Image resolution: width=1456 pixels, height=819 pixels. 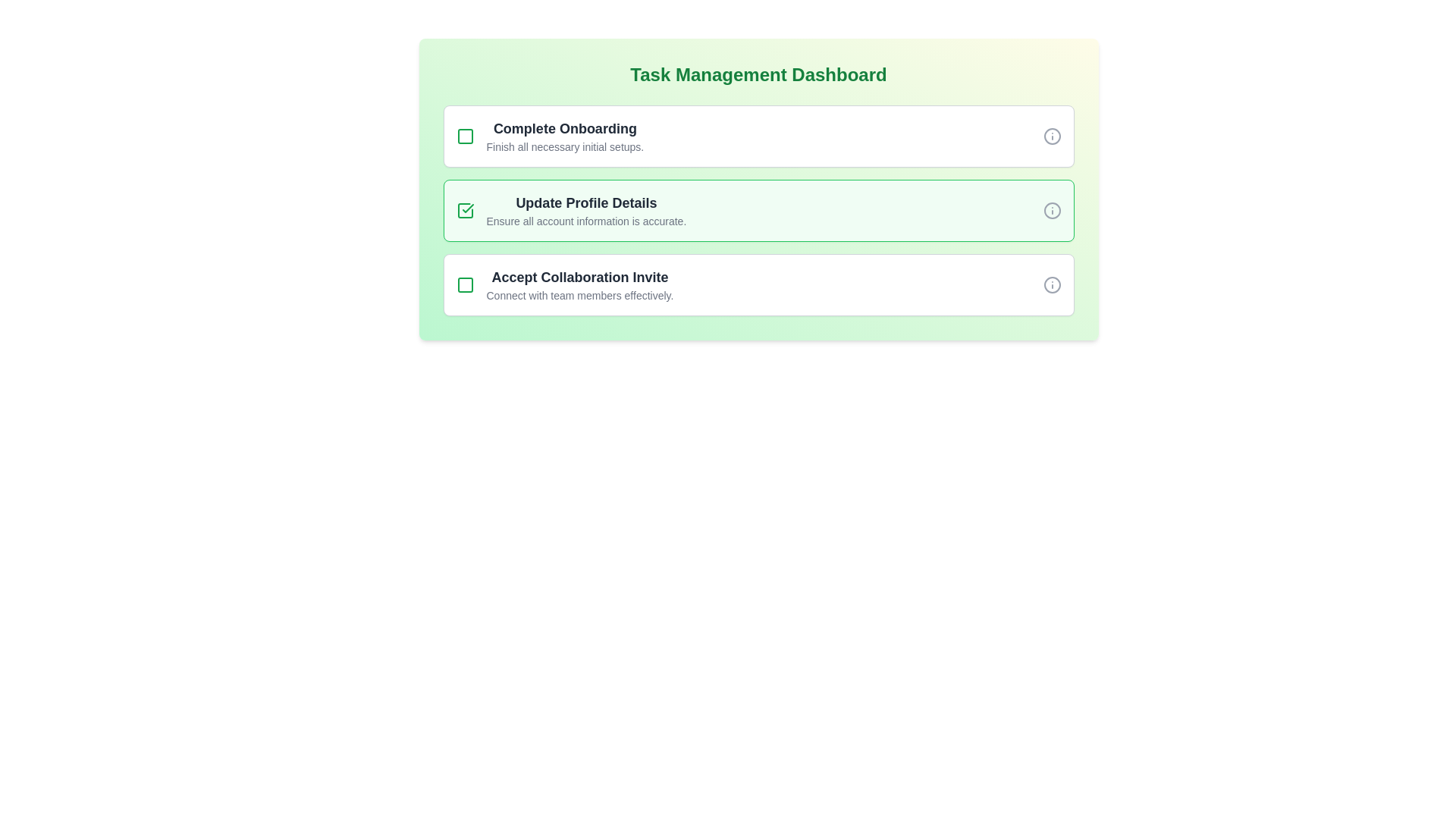 I want to click on the static text providing guidance for the 'Complete Onboarding' task, located under its title in the task list, so click(x=564, y=146).